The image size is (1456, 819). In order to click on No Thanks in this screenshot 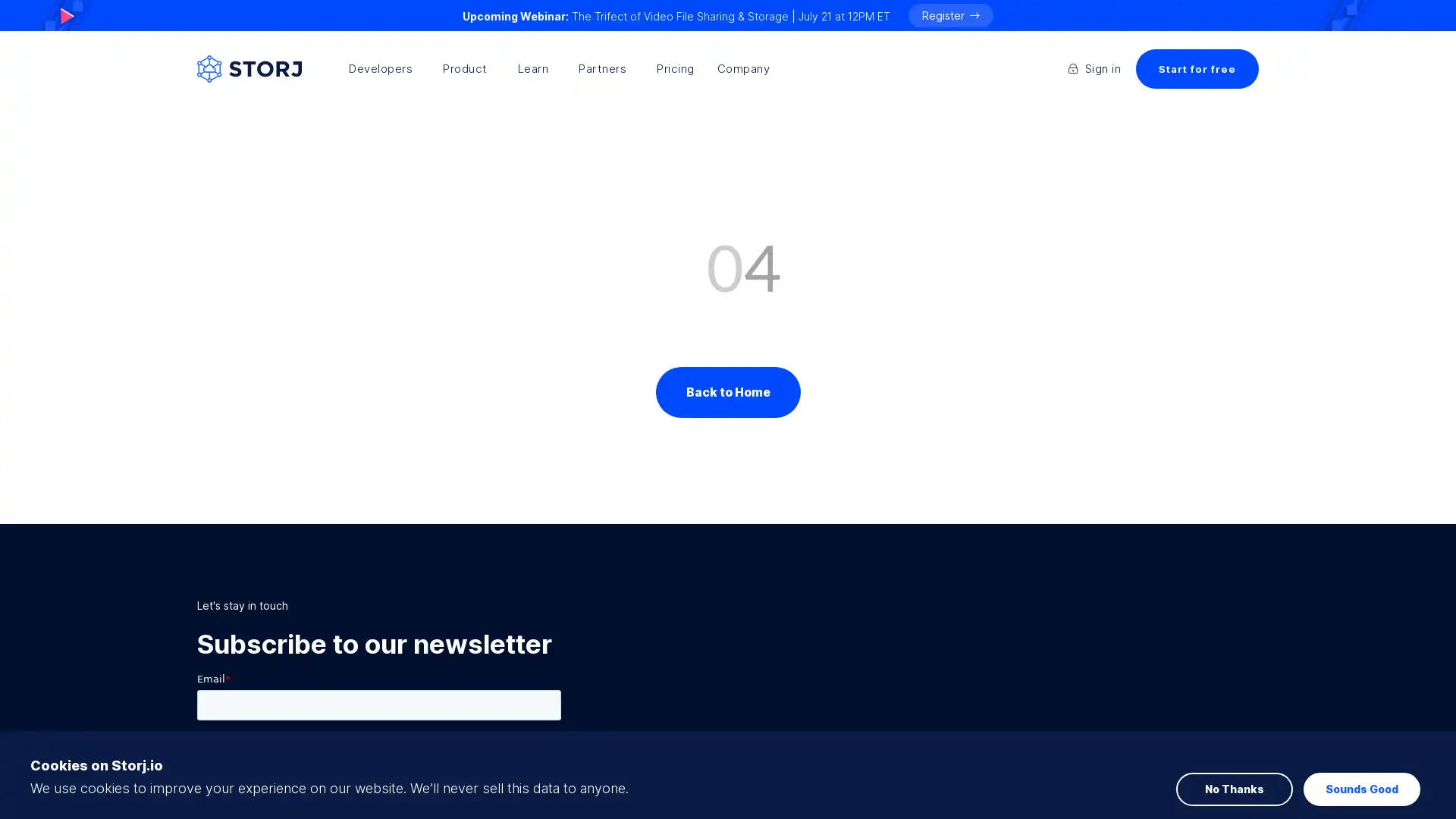, I will do `click(1234, 741)`.